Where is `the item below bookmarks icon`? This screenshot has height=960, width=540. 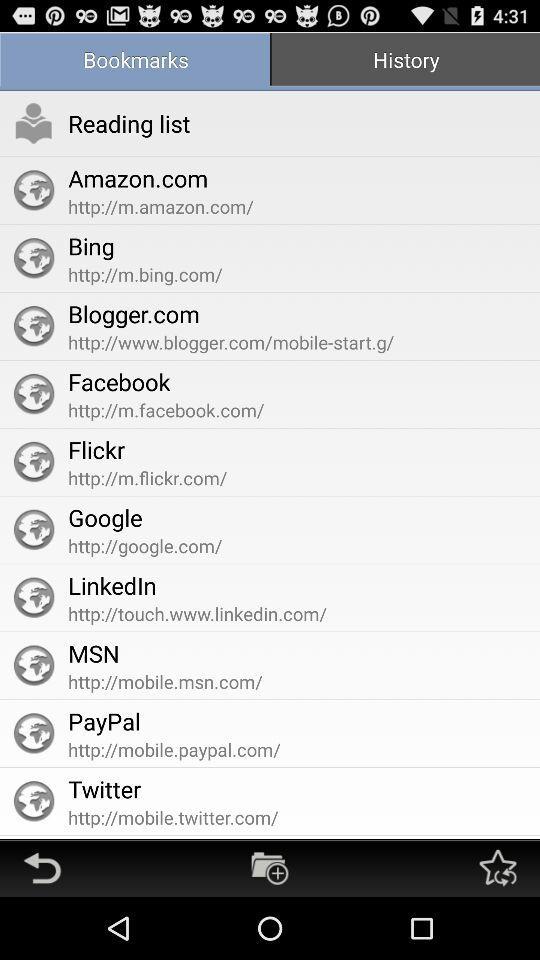
the item below bookmarks icon is located at coordinates (129, 122).